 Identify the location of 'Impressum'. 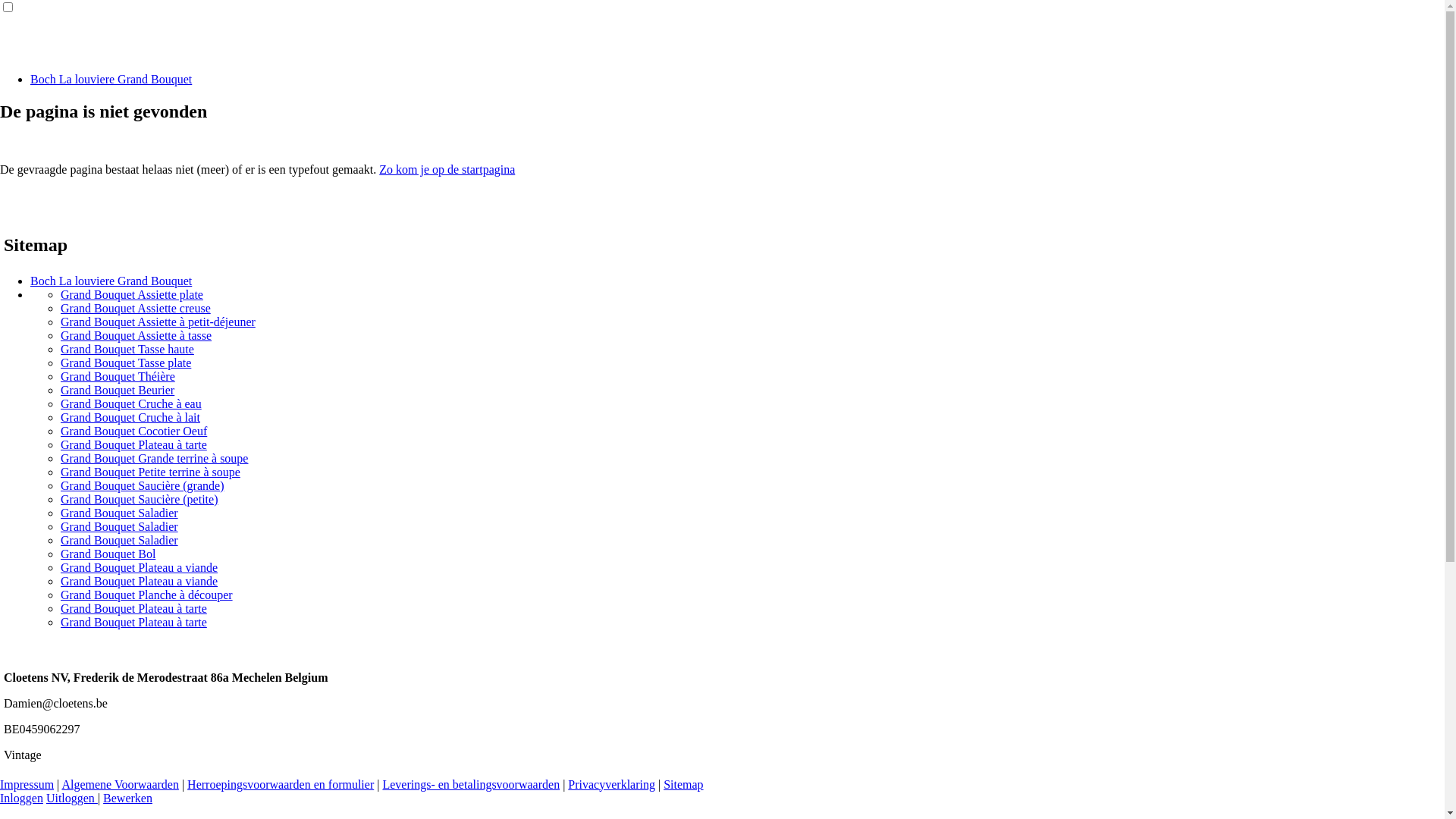
(0, 784).